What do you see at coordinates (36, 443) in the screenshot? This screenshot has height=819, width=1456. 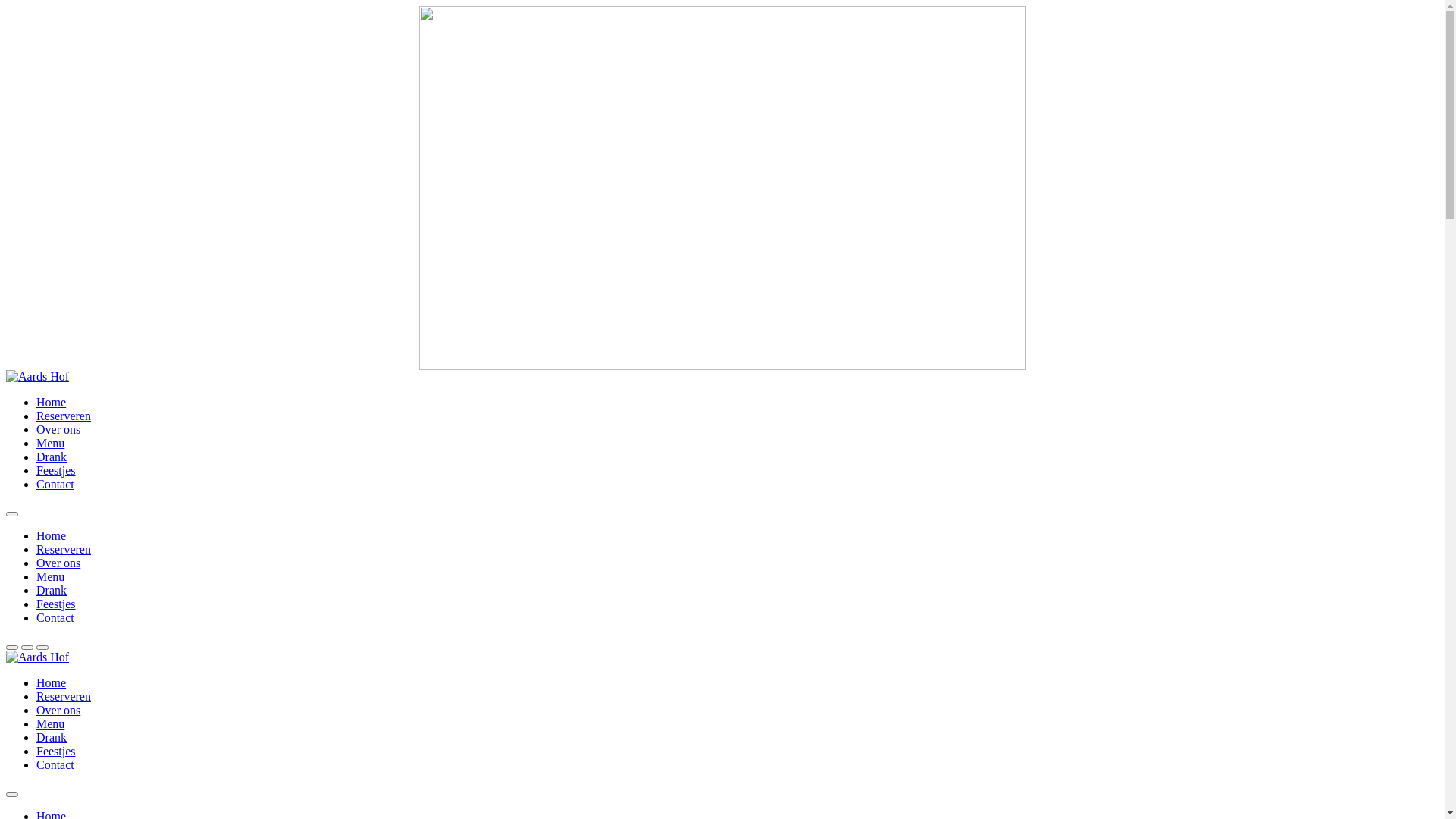 I see `'Menu'` at bounding box center [36, 443].